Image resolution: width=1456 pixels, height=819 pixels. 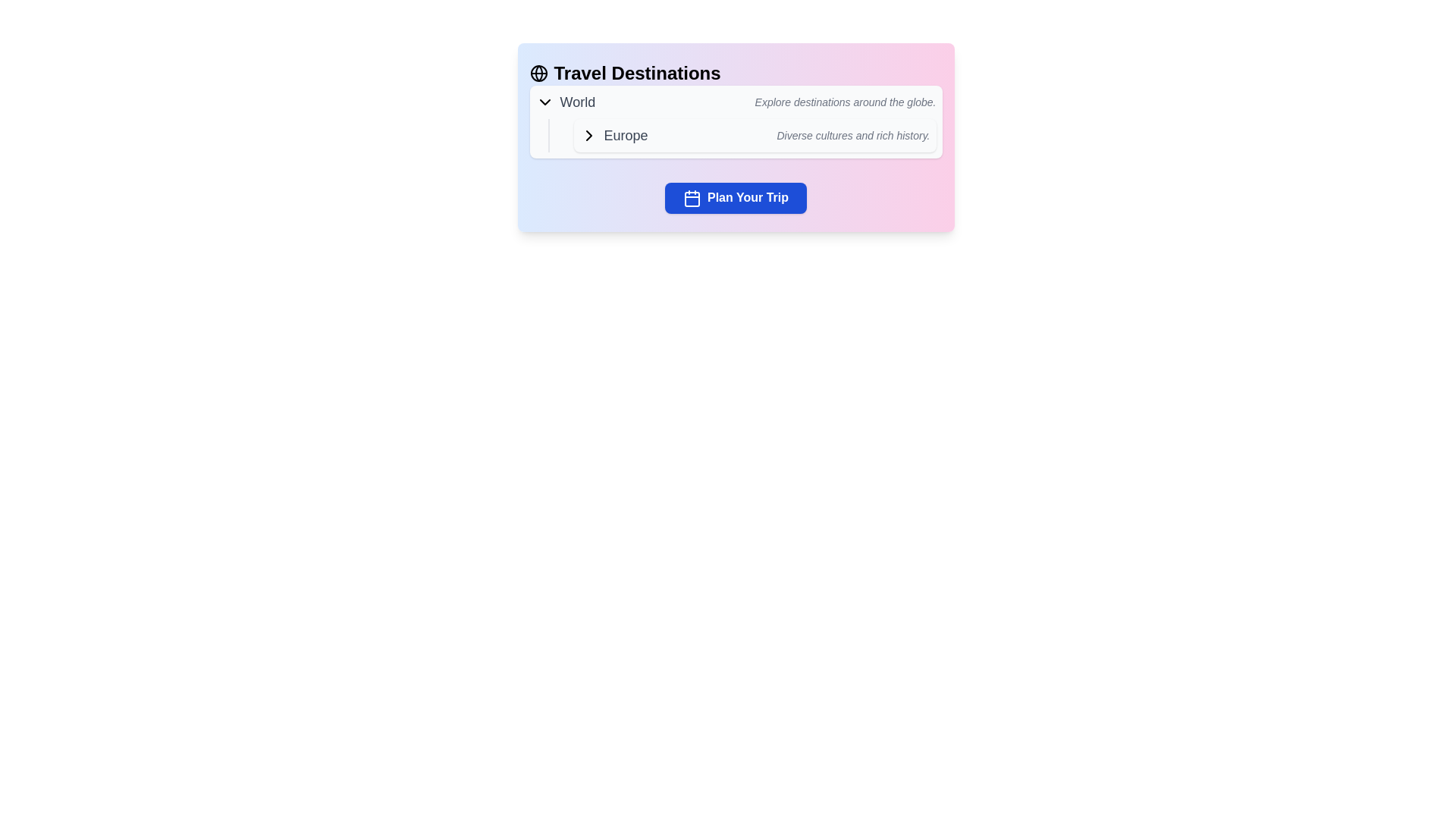 I want to click on the global travel icon located at the top-left corner of the widget, next to the text 'Travel Destinations.', so click(x=538, y=73).